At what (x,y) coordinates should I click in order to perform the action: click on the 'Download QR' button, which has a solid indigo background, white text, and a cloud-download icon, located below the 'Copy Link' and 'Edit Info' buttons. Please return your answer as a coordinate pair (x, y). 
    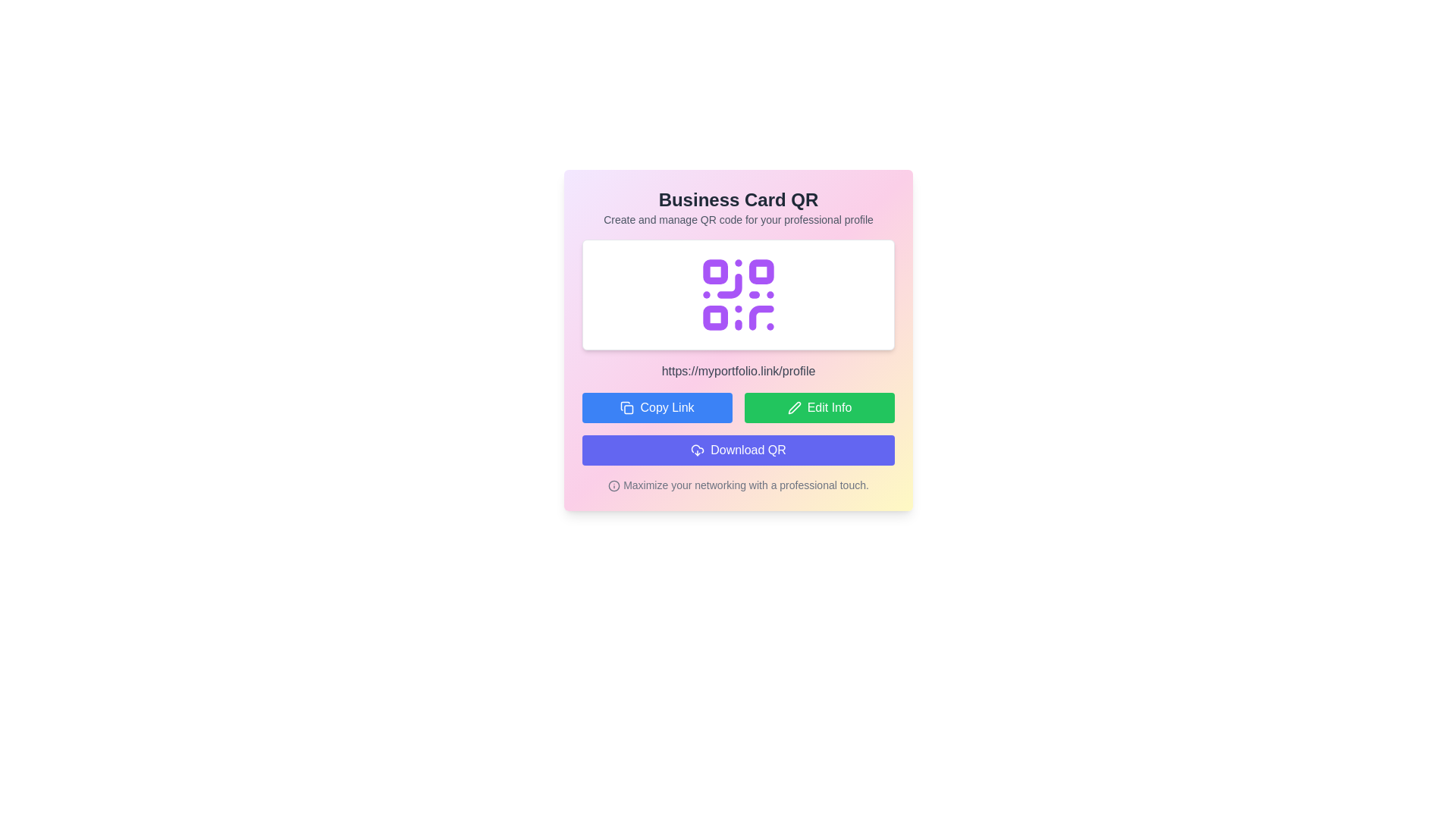
    Looking at the image, I should click on (739, 450).